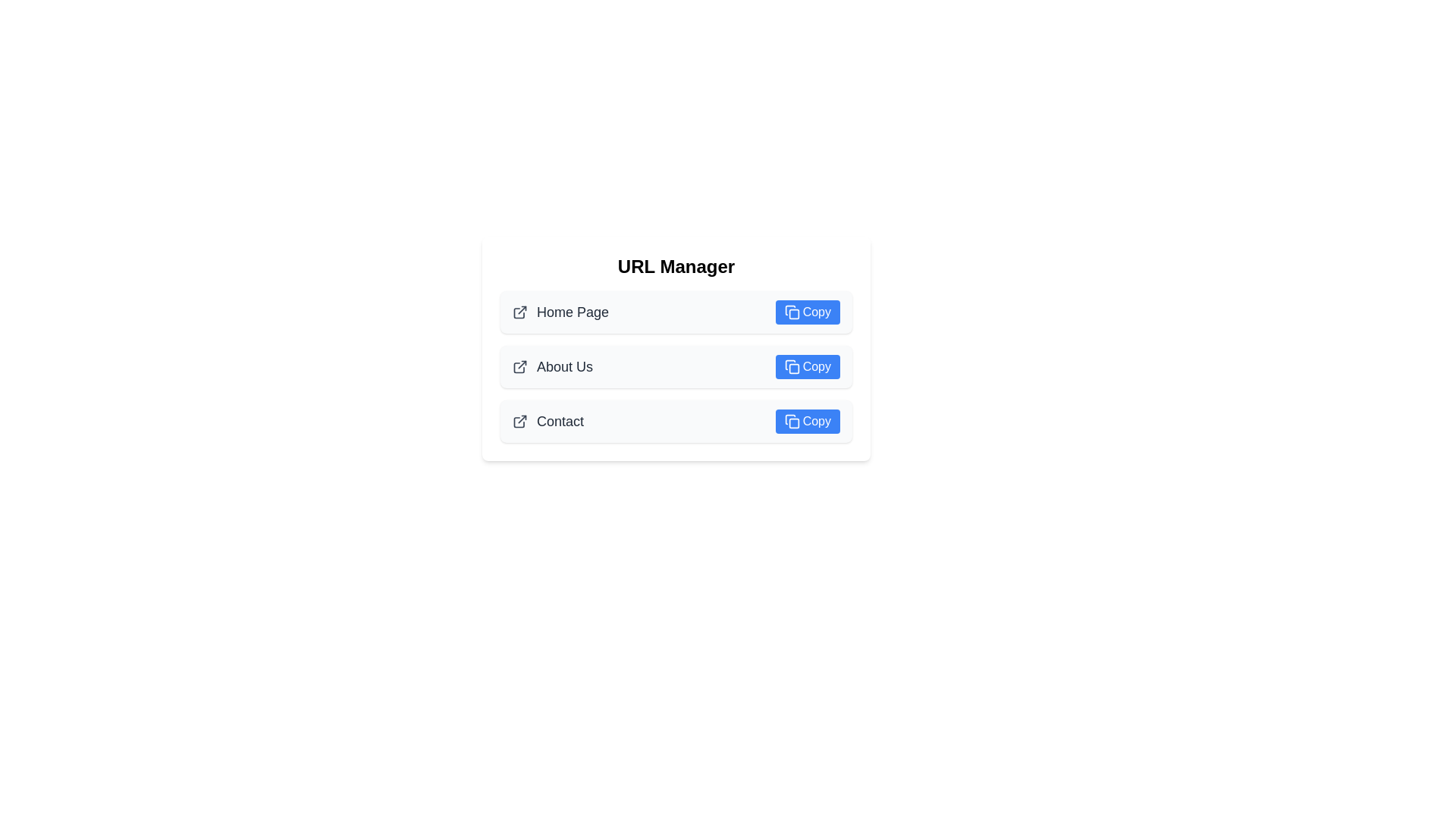  What do you see at coordinates (552, 366) in the screenshot?
I see `Text Label that serves as a link to the 'About Us' page, located below the 'Home Page' item in the 'URL Manager' section` at bounding box center [552, 366].